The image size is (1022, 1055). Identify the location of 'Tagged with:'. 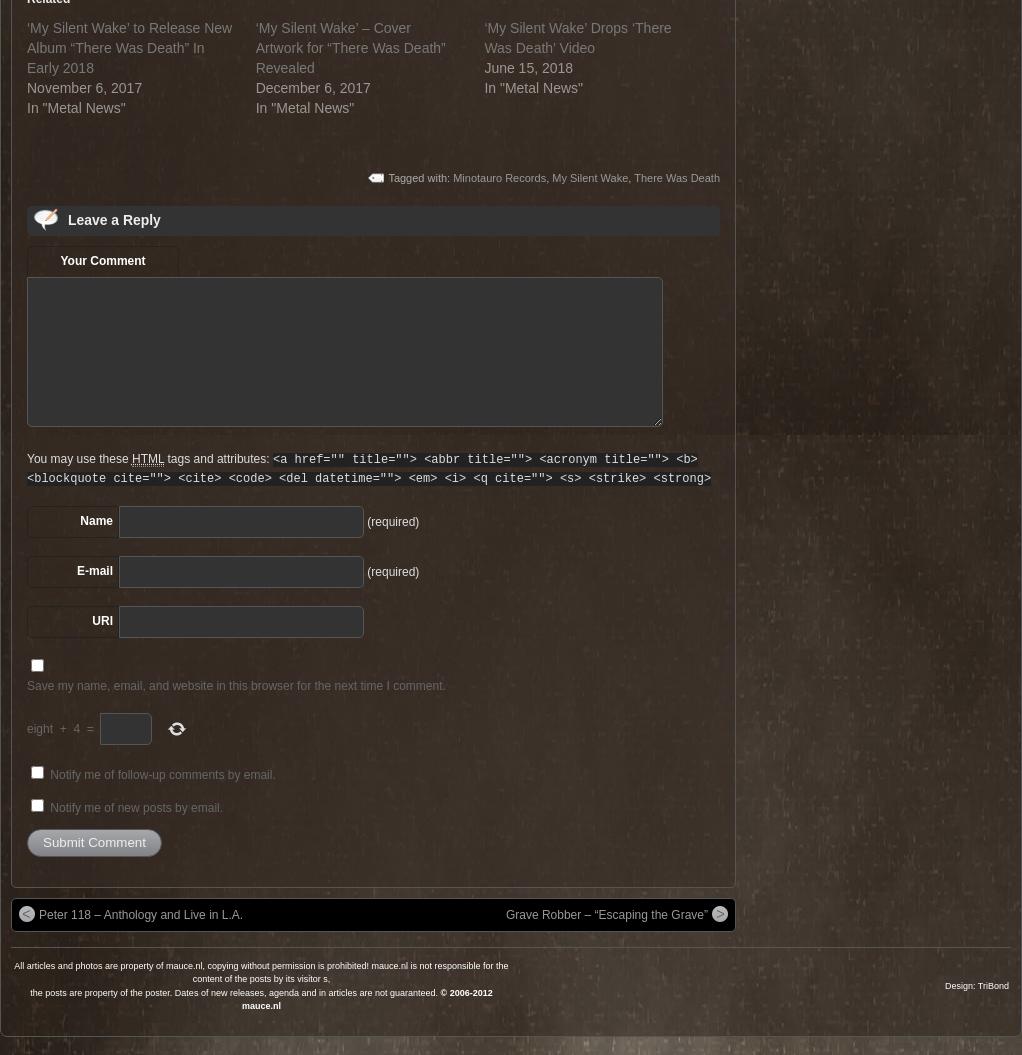
(420, 176).